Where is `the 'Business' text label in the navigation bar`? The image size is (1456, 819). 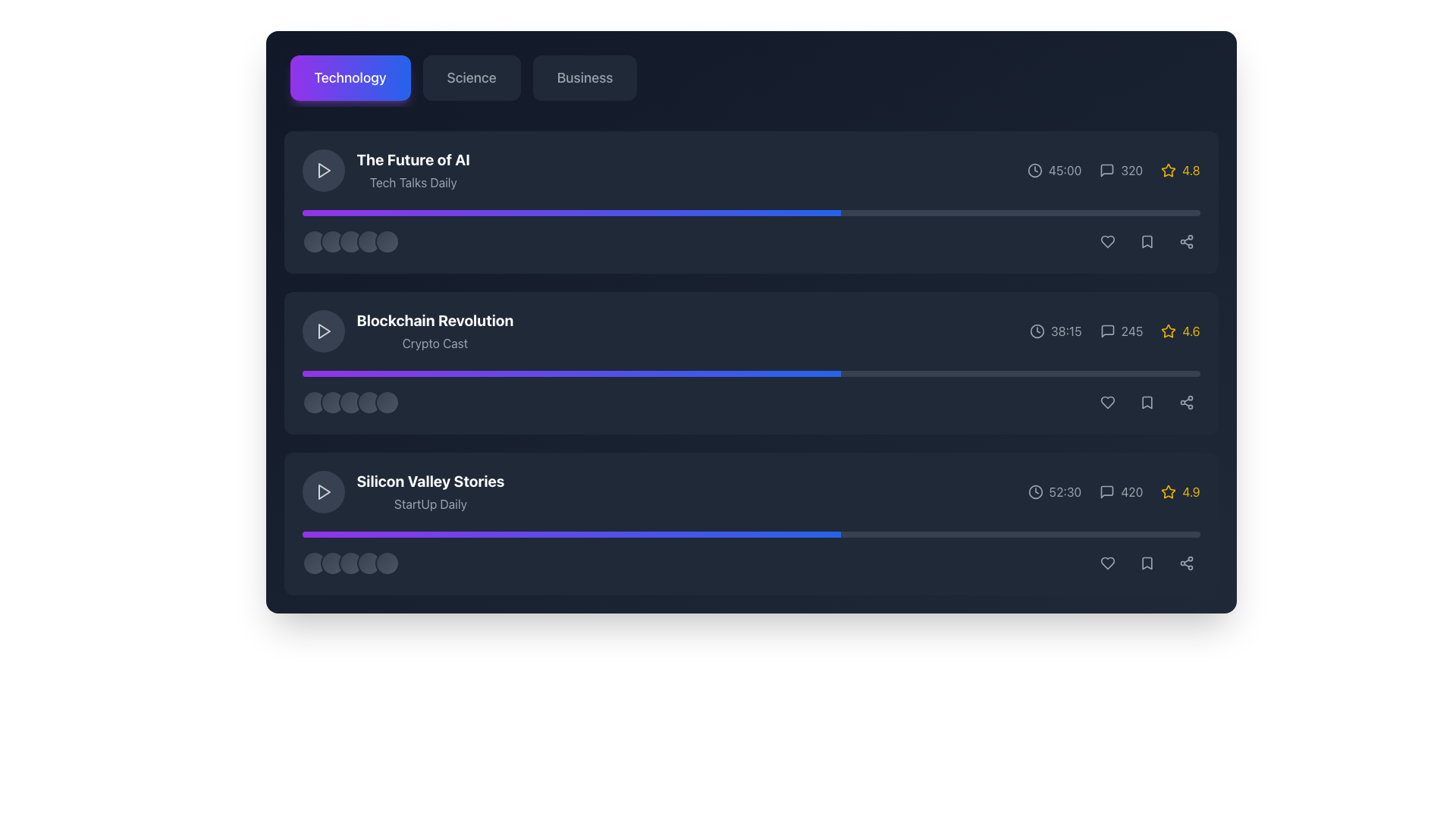 the 'Business' text label in the navigation bar is located at coordinates (584, 78).